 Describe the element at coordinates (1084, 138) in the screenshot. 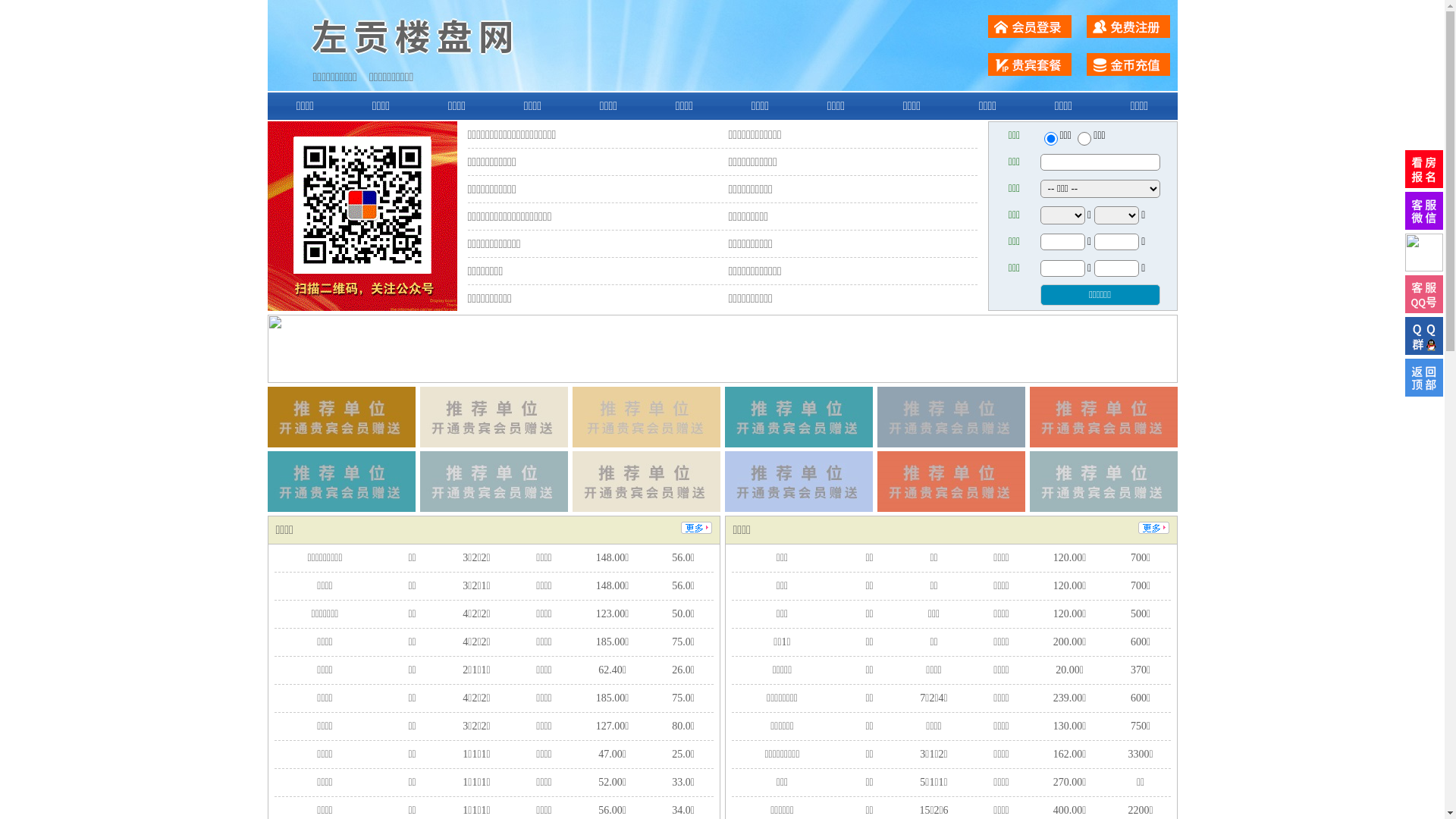

I see `'chuzu'` at that location.